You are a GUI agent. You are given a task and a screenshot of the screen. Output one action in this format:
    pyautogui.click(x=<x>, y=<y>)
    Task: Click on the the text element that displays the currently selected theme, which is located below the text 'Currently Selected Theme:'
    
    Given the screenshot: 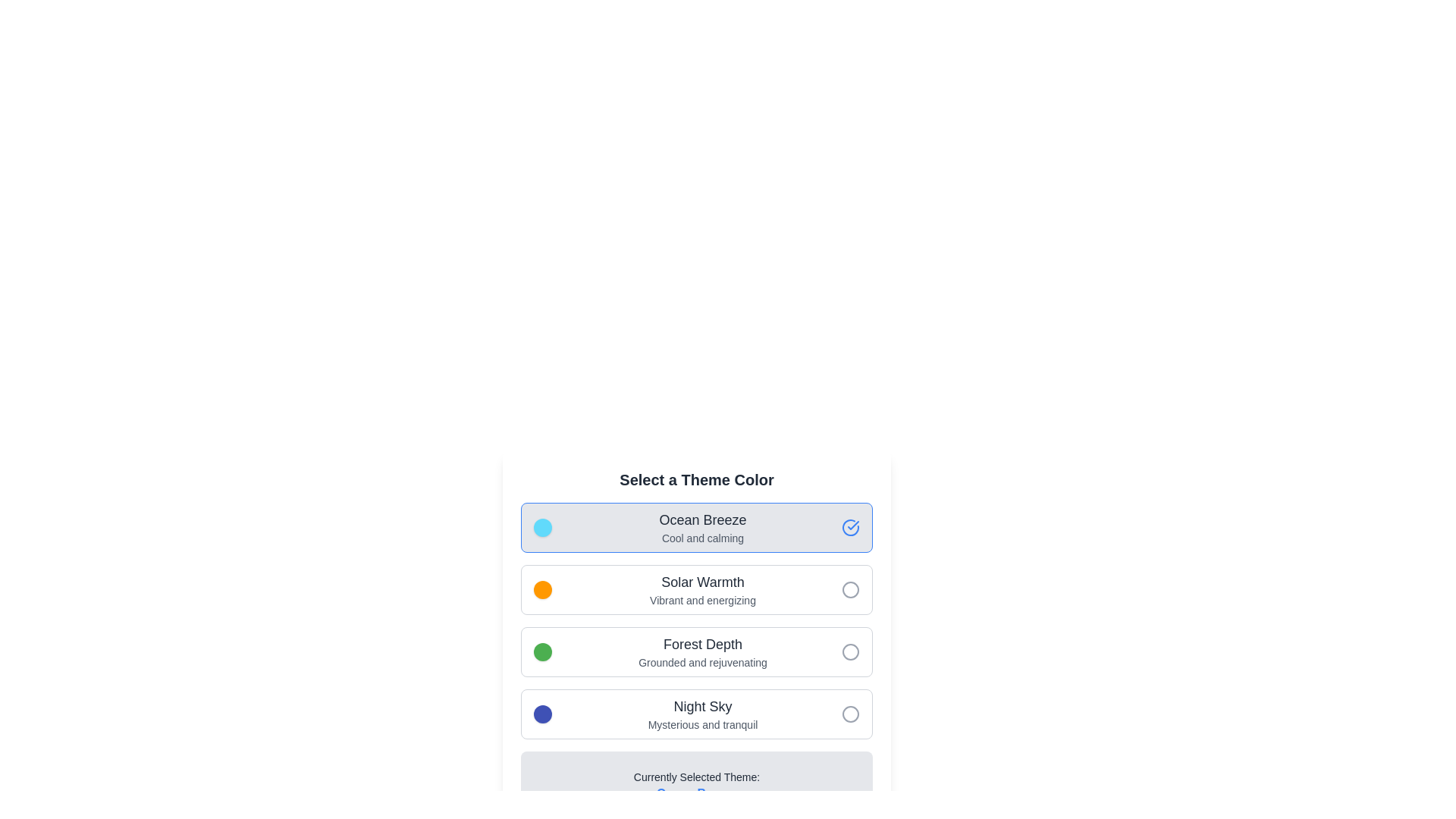 What is the action you would take?
    pyautogui.click(x=695, y=792)
    